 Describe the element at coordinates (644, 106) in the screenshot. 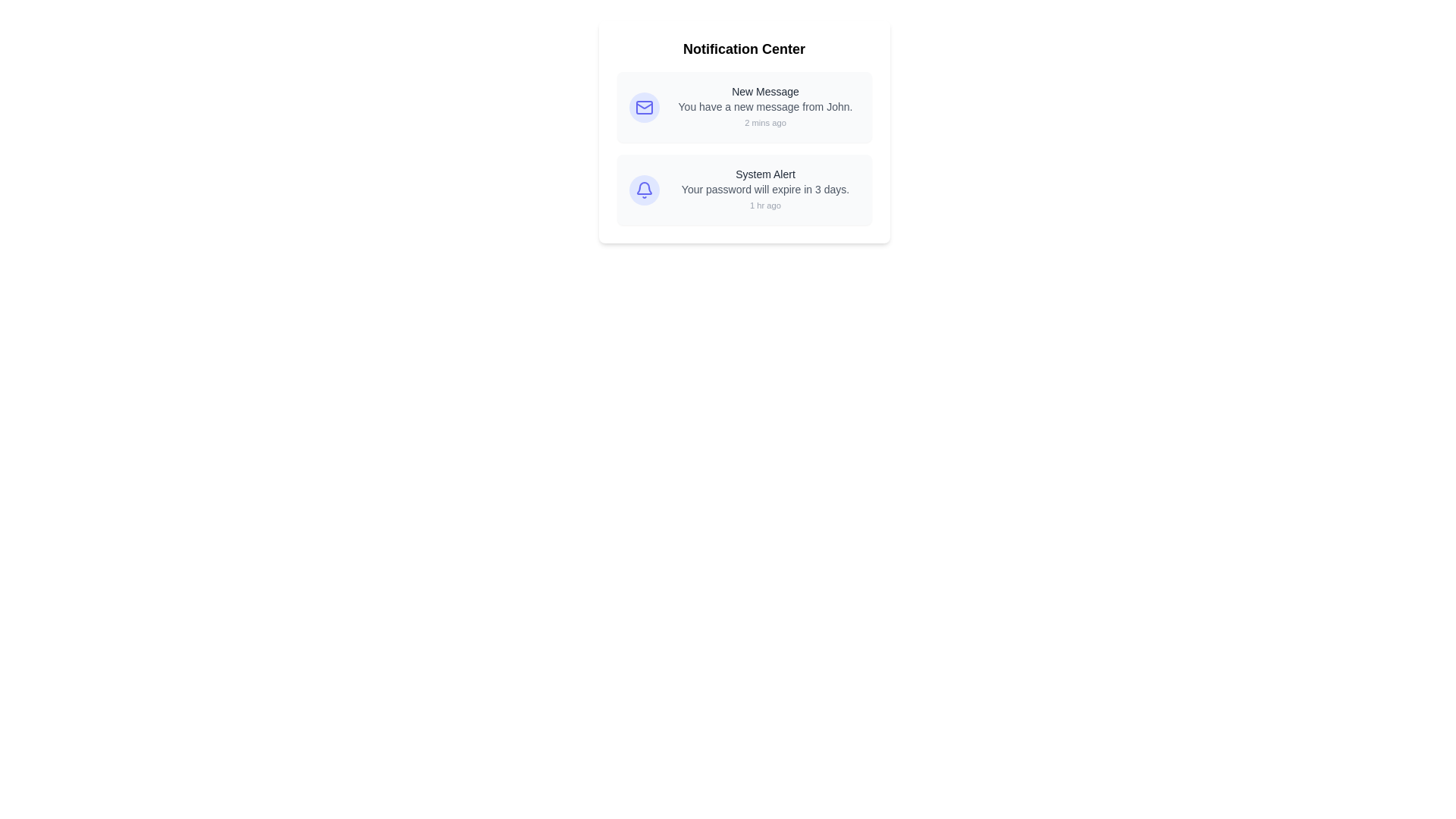

I see `the circular purple mail icon located in the top notification card of the notification center interface, which is aligned vertically with the 'New Message' text` at that location.